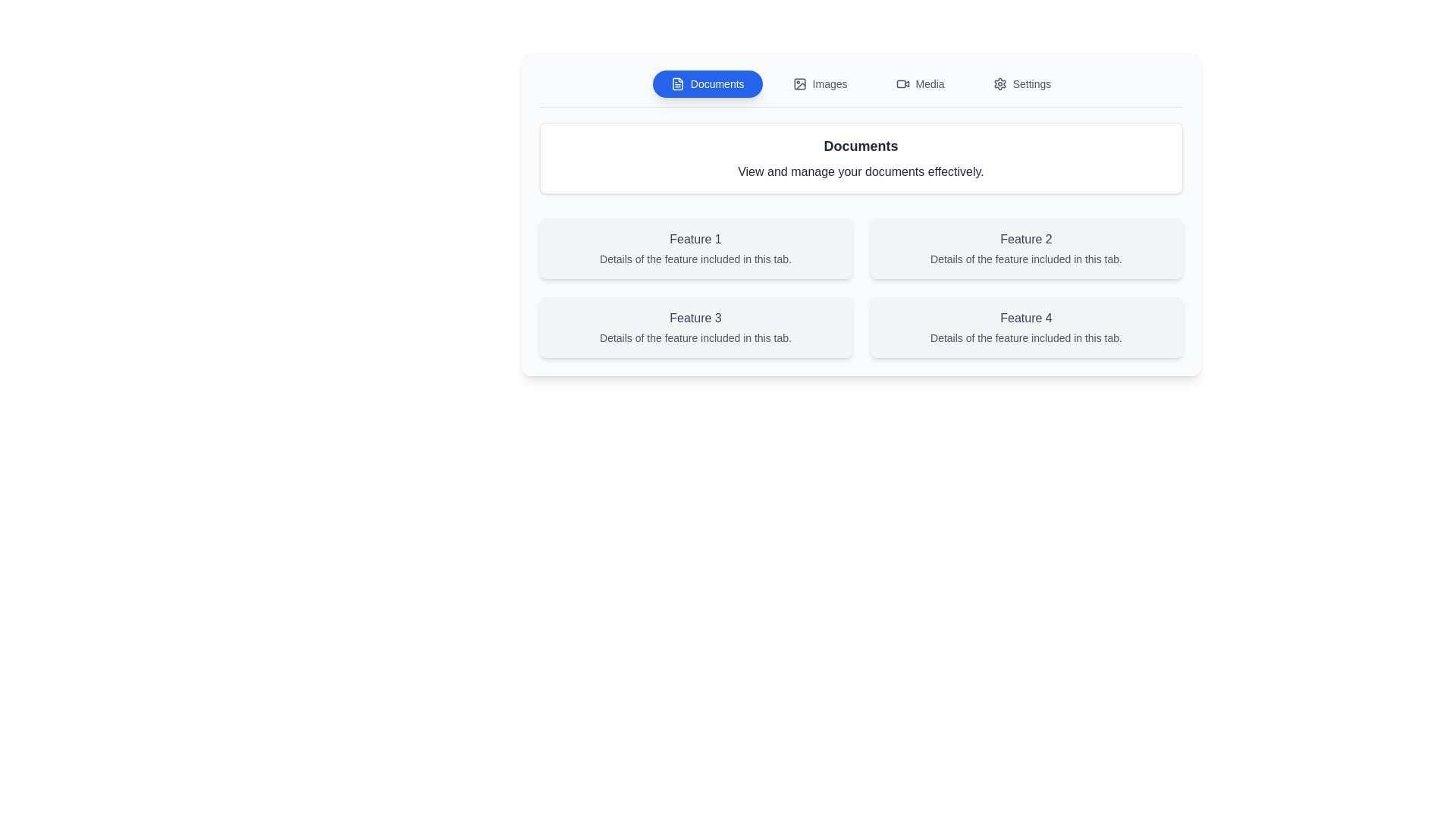 The width and height of the screenshot is (1456, 819). I want to click on the 'Documents' label, which is styled in white against a blue rounded rectangular background within the navigation tab, so click(717, 84).